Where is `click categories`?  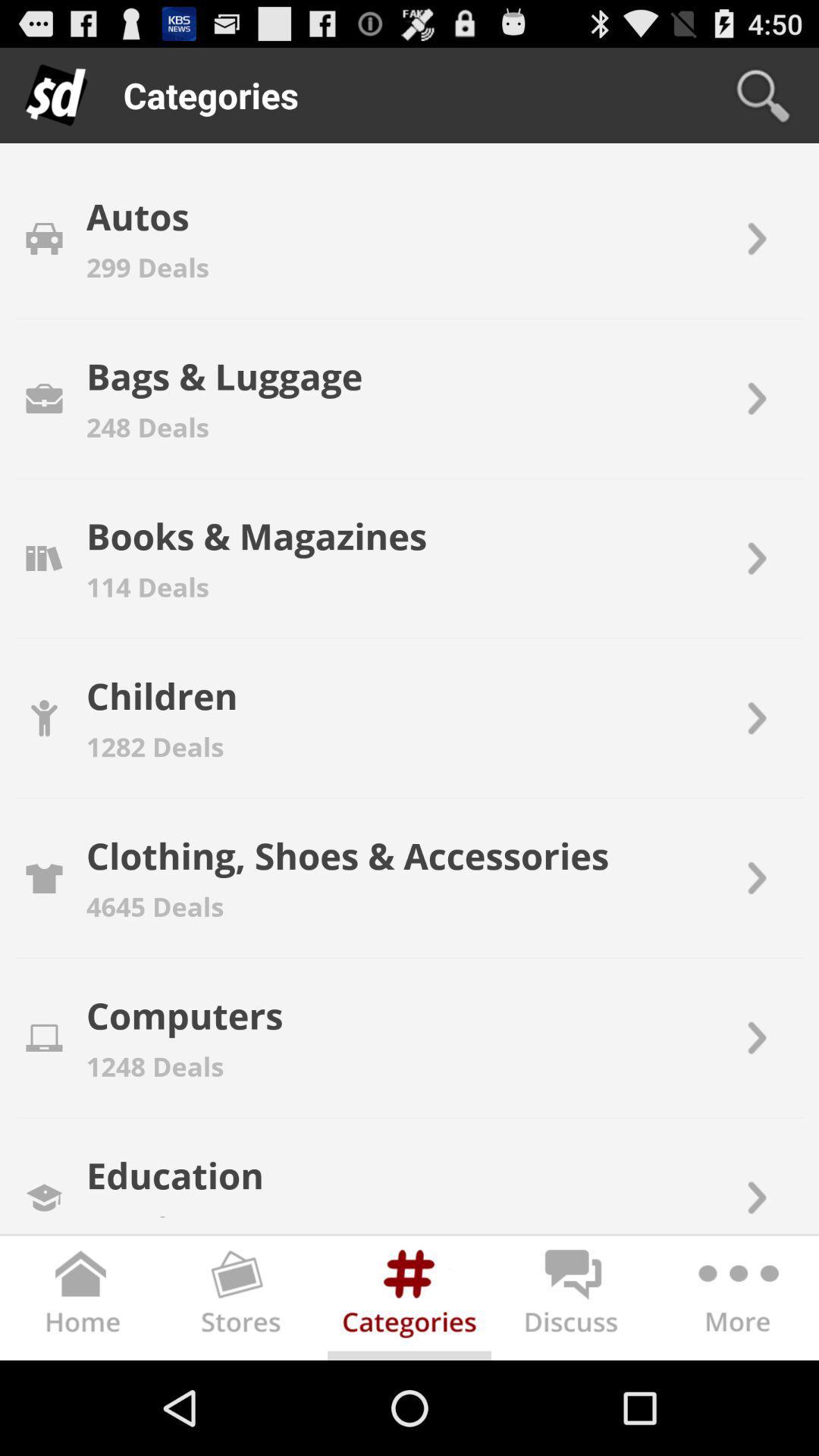 click categories is located at coordinates (409, 1301).